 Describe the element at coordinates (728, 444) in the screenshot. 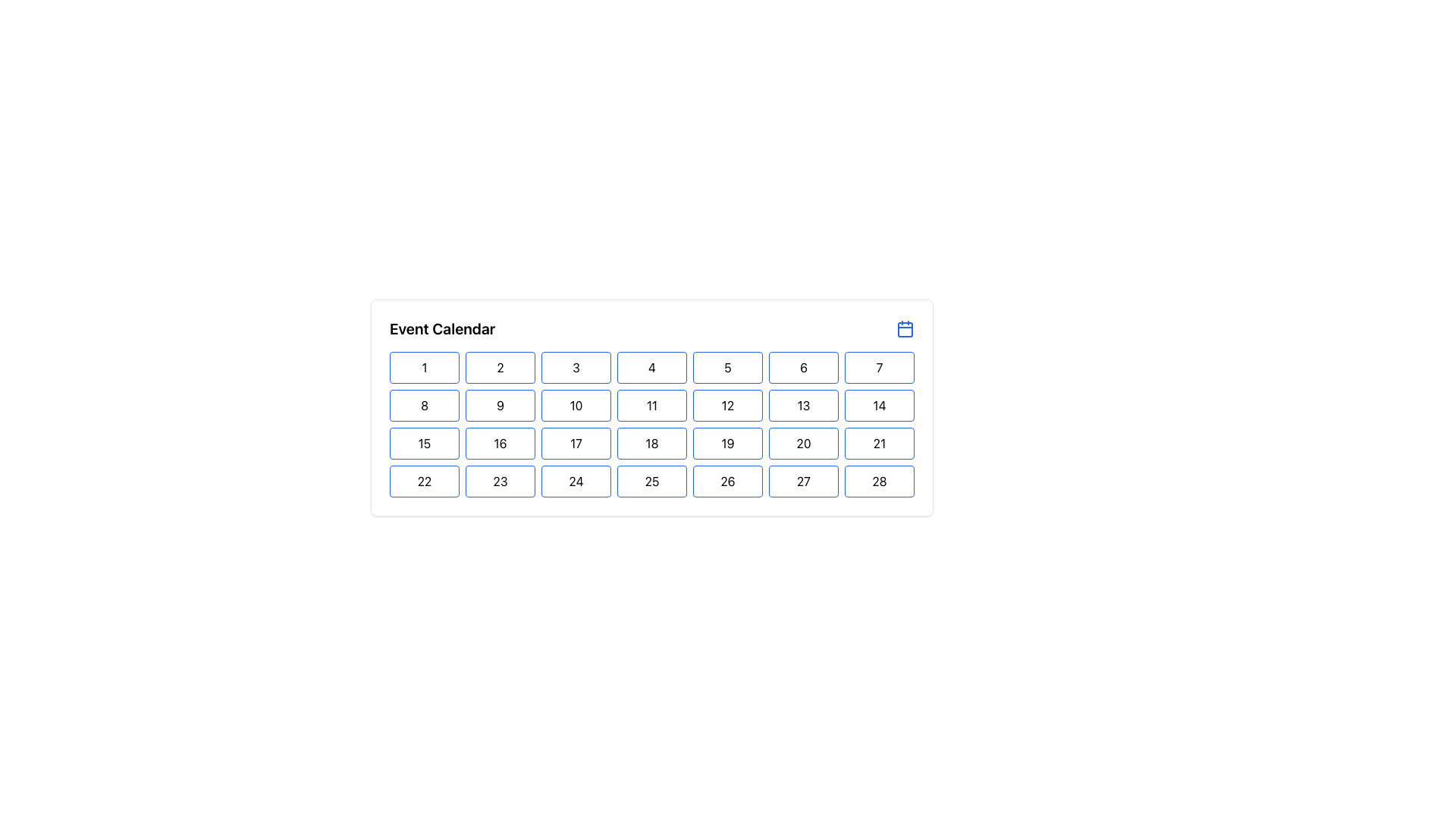

I see `the button representing the date '19' in the calendar interface` at that location.